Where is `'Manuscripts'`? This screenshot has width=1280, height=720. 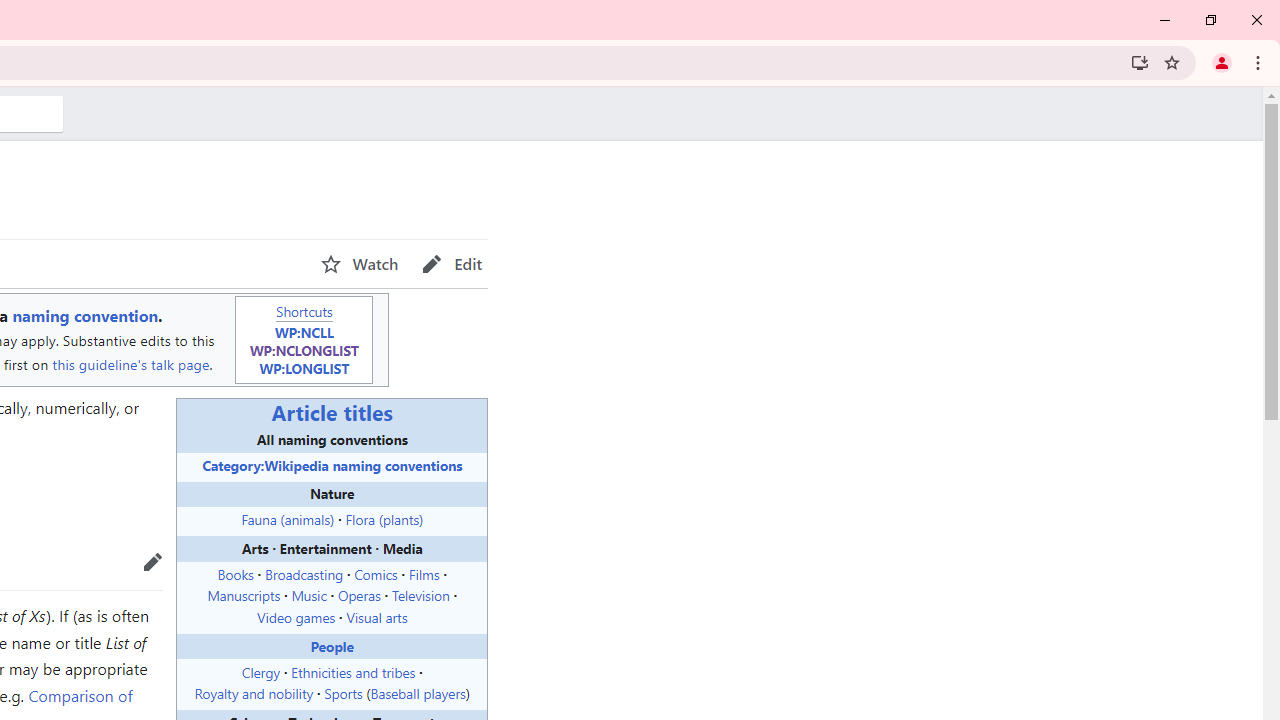
'Manuscripts' is located at coordinates (243, 594).